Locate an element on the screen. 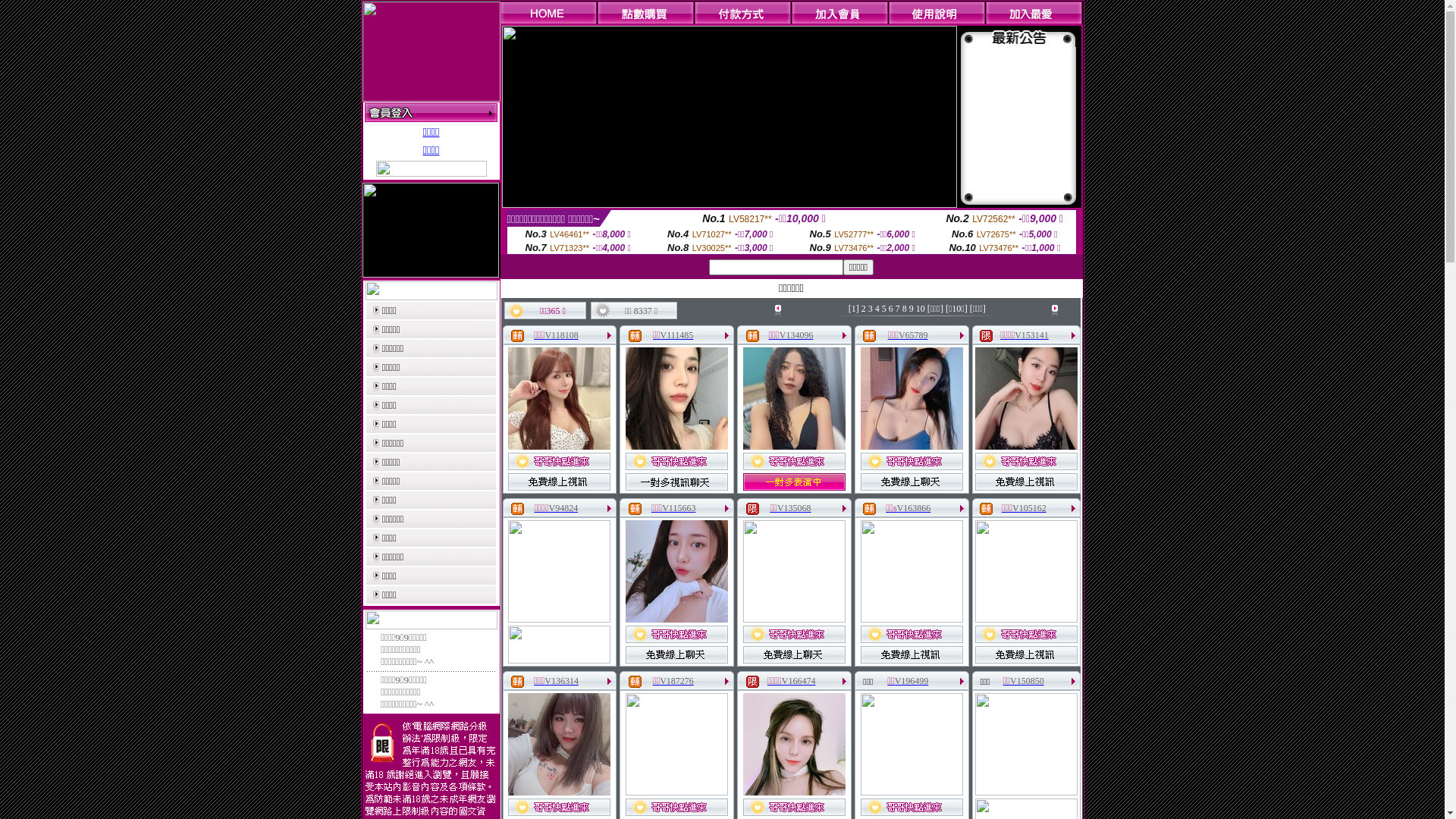 Image resolution: width=1456 pixels, height=819 pixels. 'V111485' is located at coordinates (676, 334).